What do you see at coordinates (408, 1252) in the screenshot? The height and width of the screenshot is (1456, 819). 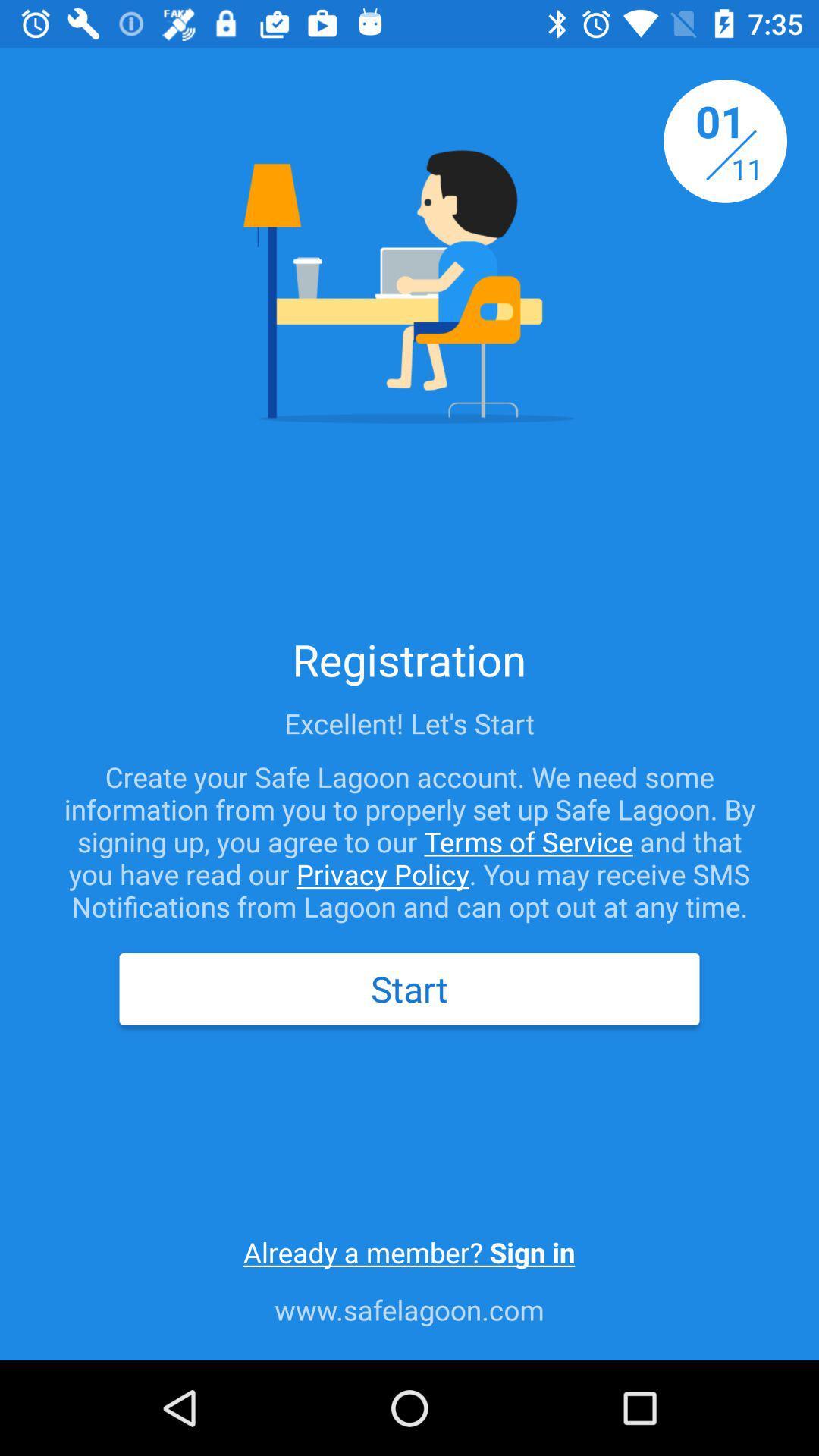 I see `item below the start icon` at bounding box center [408, 1252].